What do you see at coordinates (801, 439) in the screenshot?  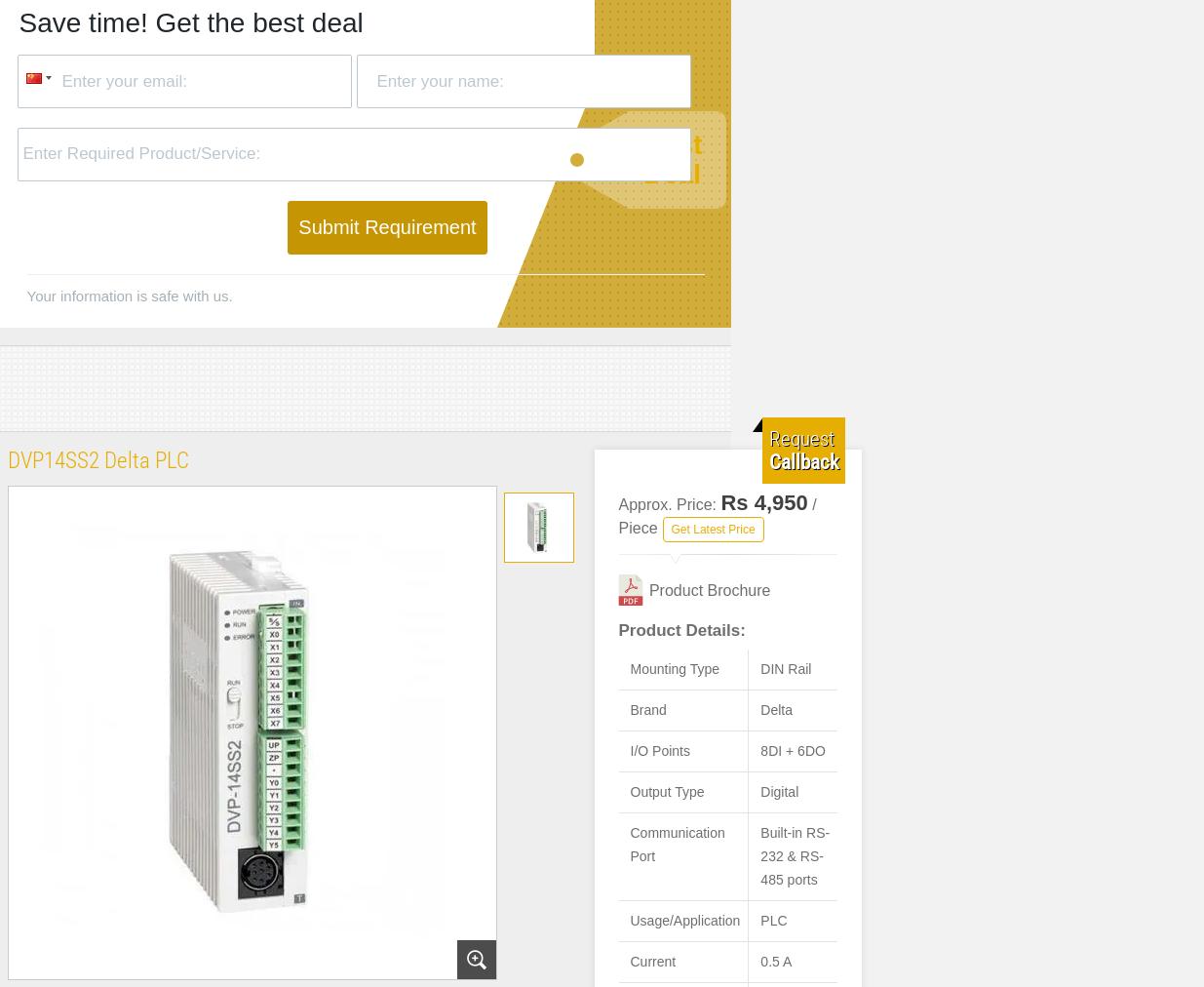 I see `'Request'` at bounding box center [801, 439].